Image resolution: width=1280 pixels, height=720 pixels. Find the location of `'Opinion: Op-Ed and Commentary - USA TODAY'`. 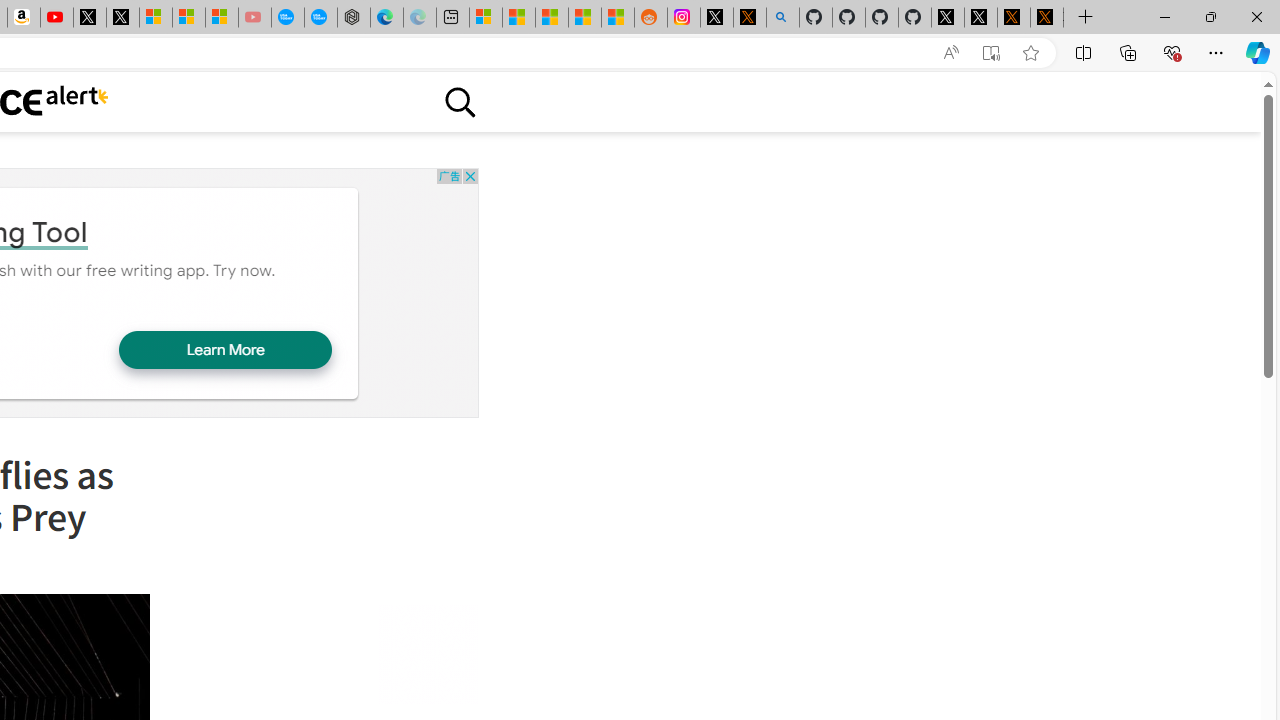

'Opinion: Op-Ed and Commentary - USA TODAY' is located at coordinates (287, 17).